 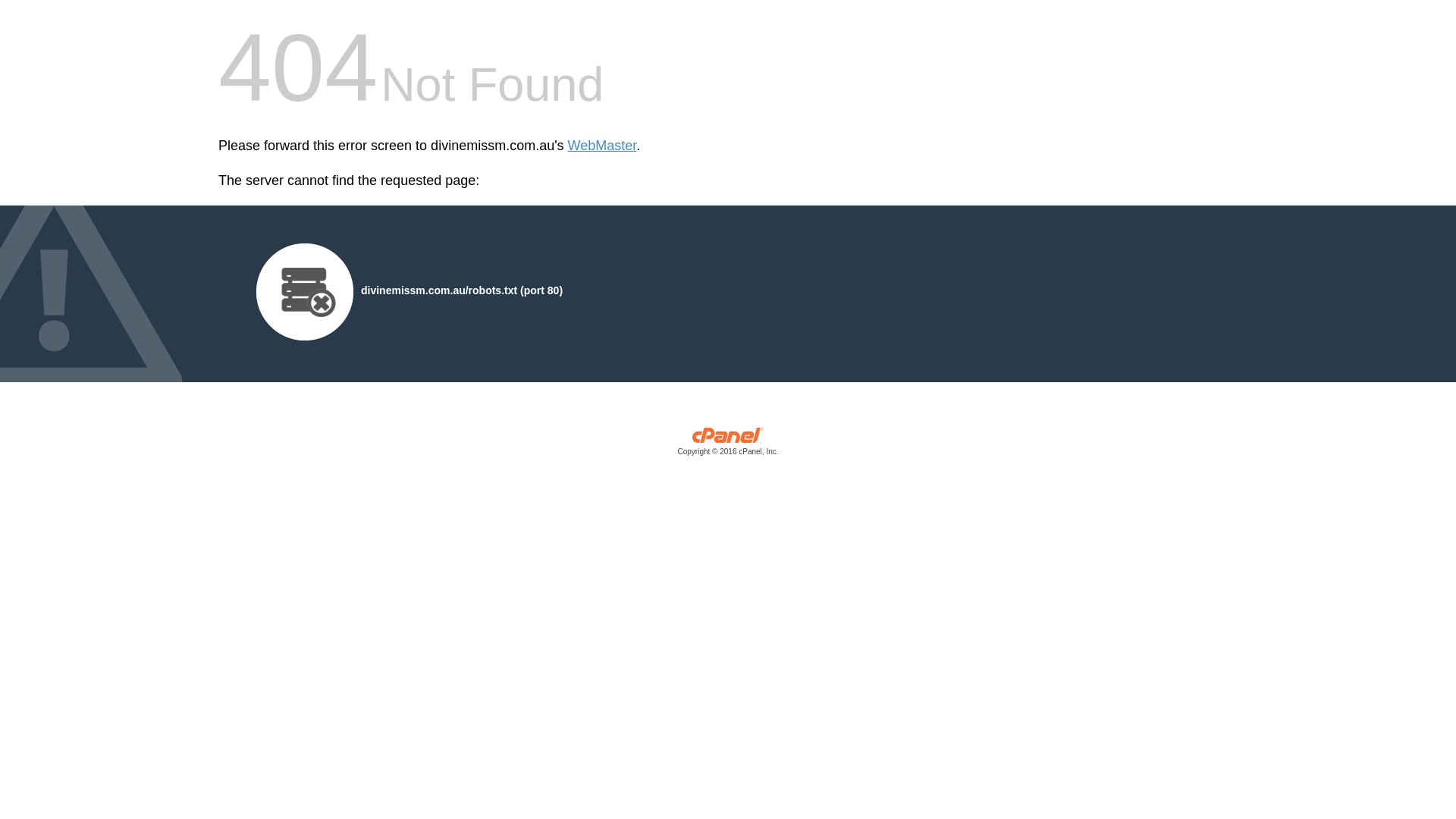 I want to click on 'WebMaster', so click(x=601, y=146).